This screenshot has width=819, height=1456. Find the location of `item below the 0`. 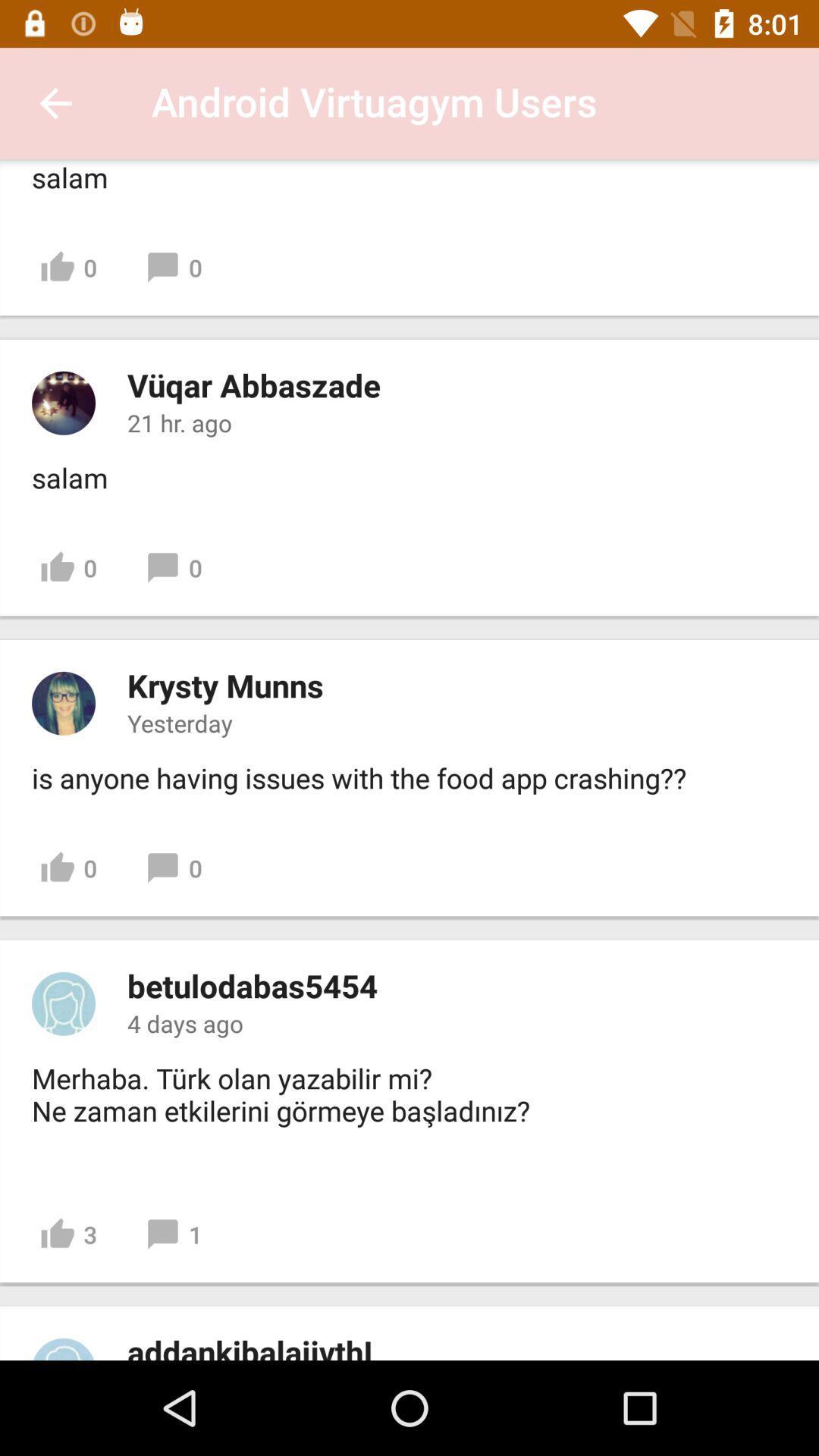

item below the 0 is located at coordinates (251, 985).